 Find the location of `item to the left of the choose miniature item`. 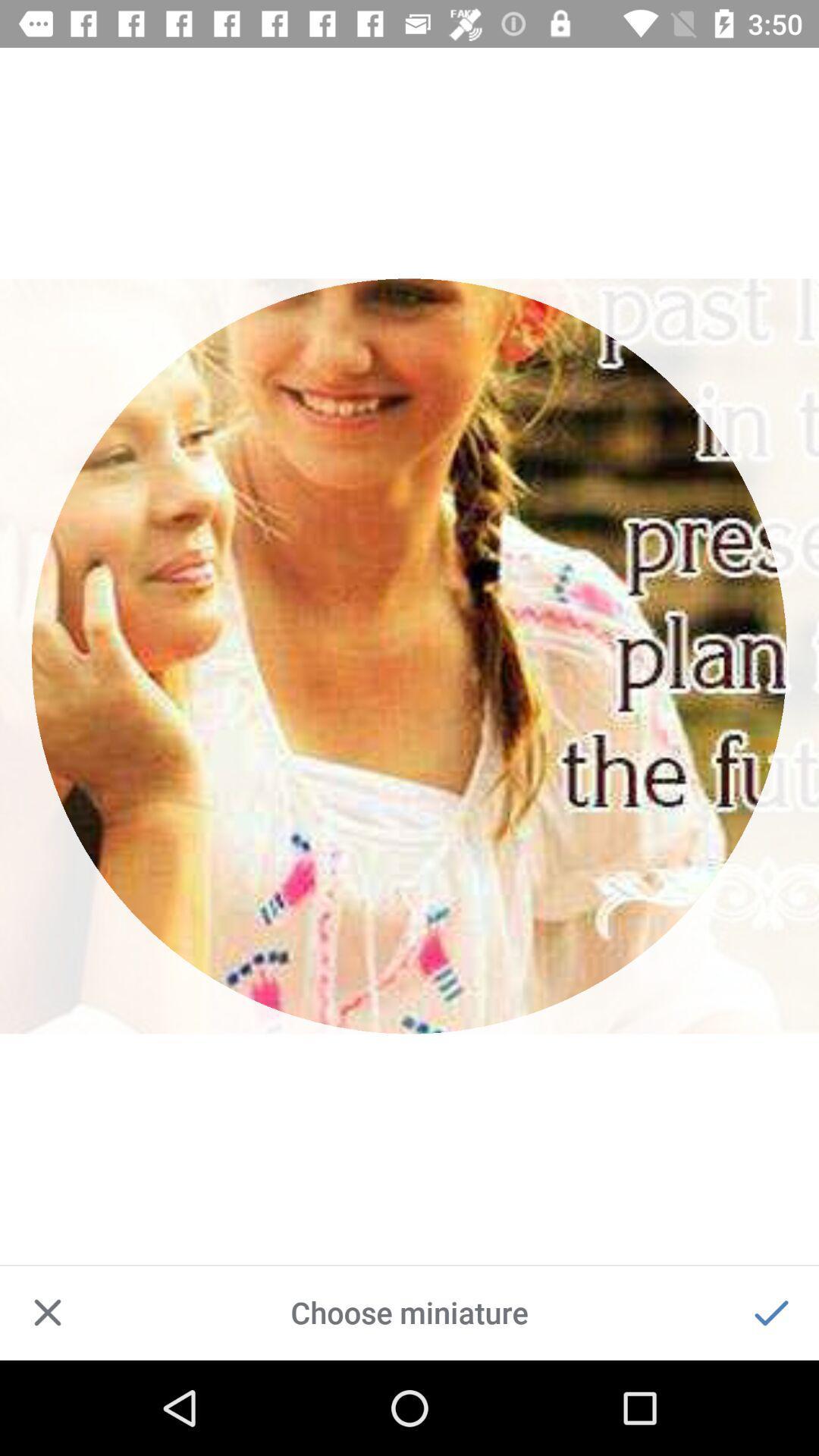

item to the left of the choose miniature item is located at coordinates (46, 1312).